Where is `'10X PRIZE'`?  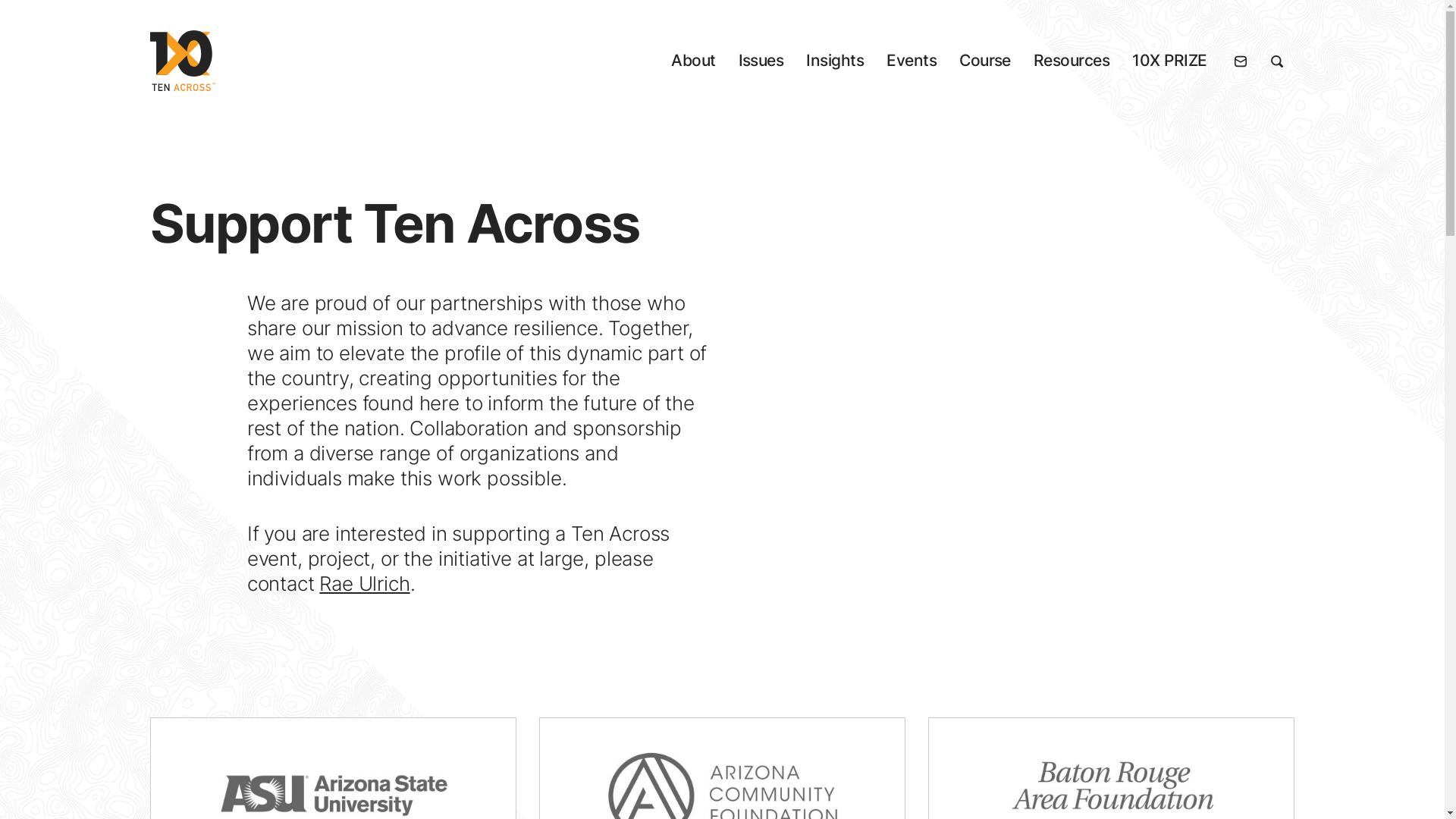 '10X PRIZE' is located at coordinates (1131, 60).